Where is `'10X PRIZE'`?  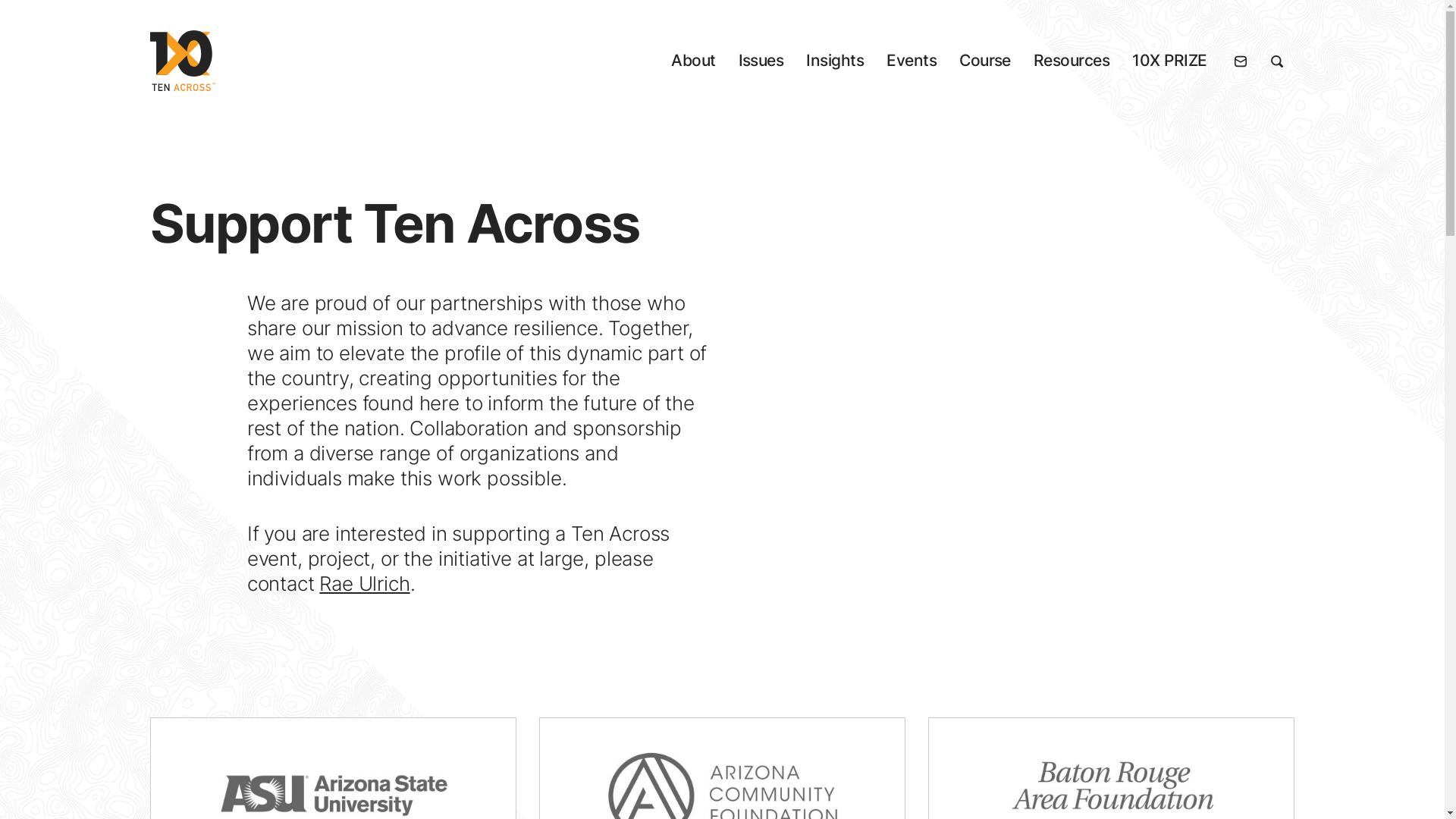 '10X PRIZE' is located at coordinates (1131, 60).